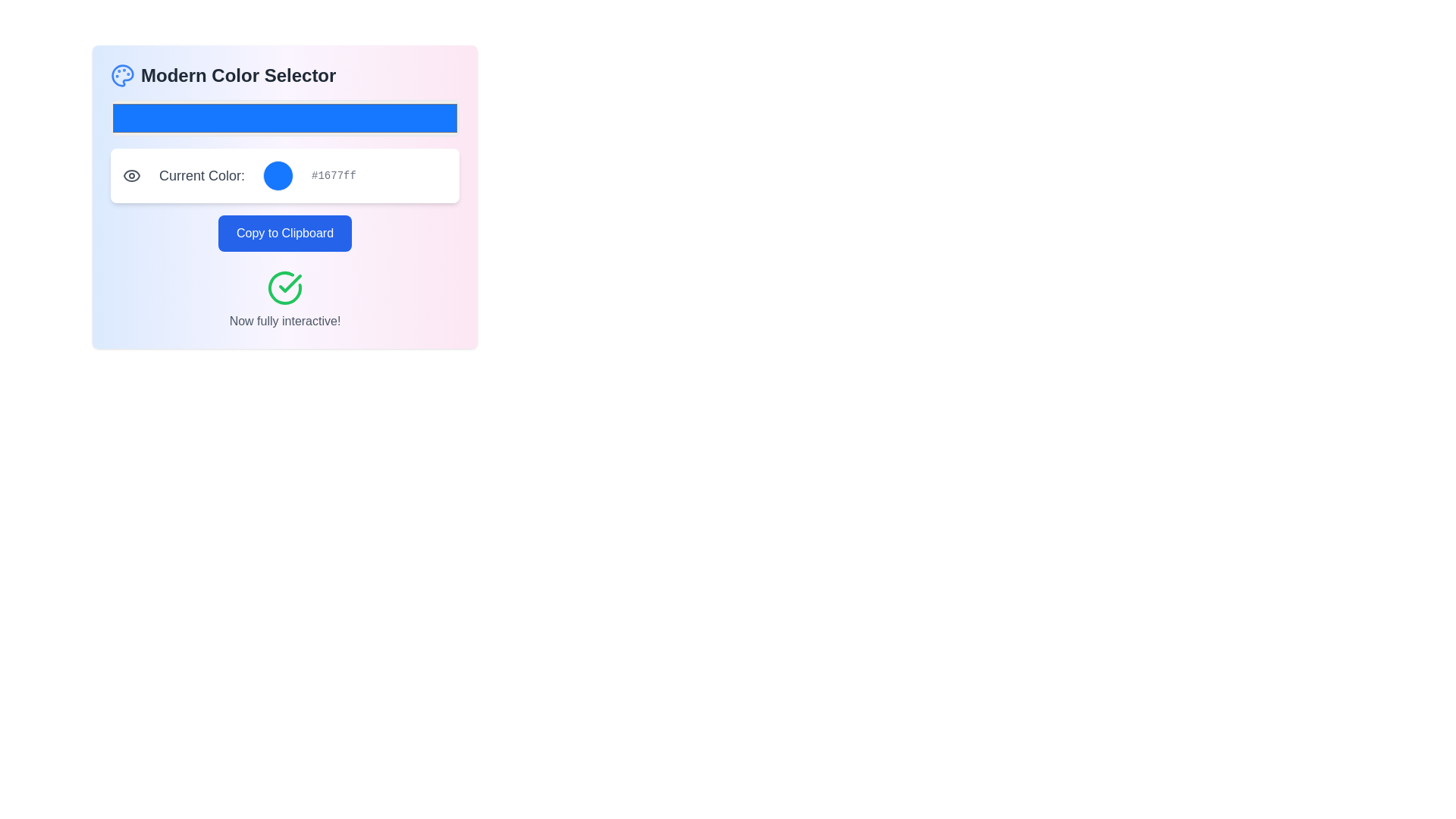  I want to click on the color selection icon located in the header section next to the text 'Modern Color Selector', so click(123, 76).